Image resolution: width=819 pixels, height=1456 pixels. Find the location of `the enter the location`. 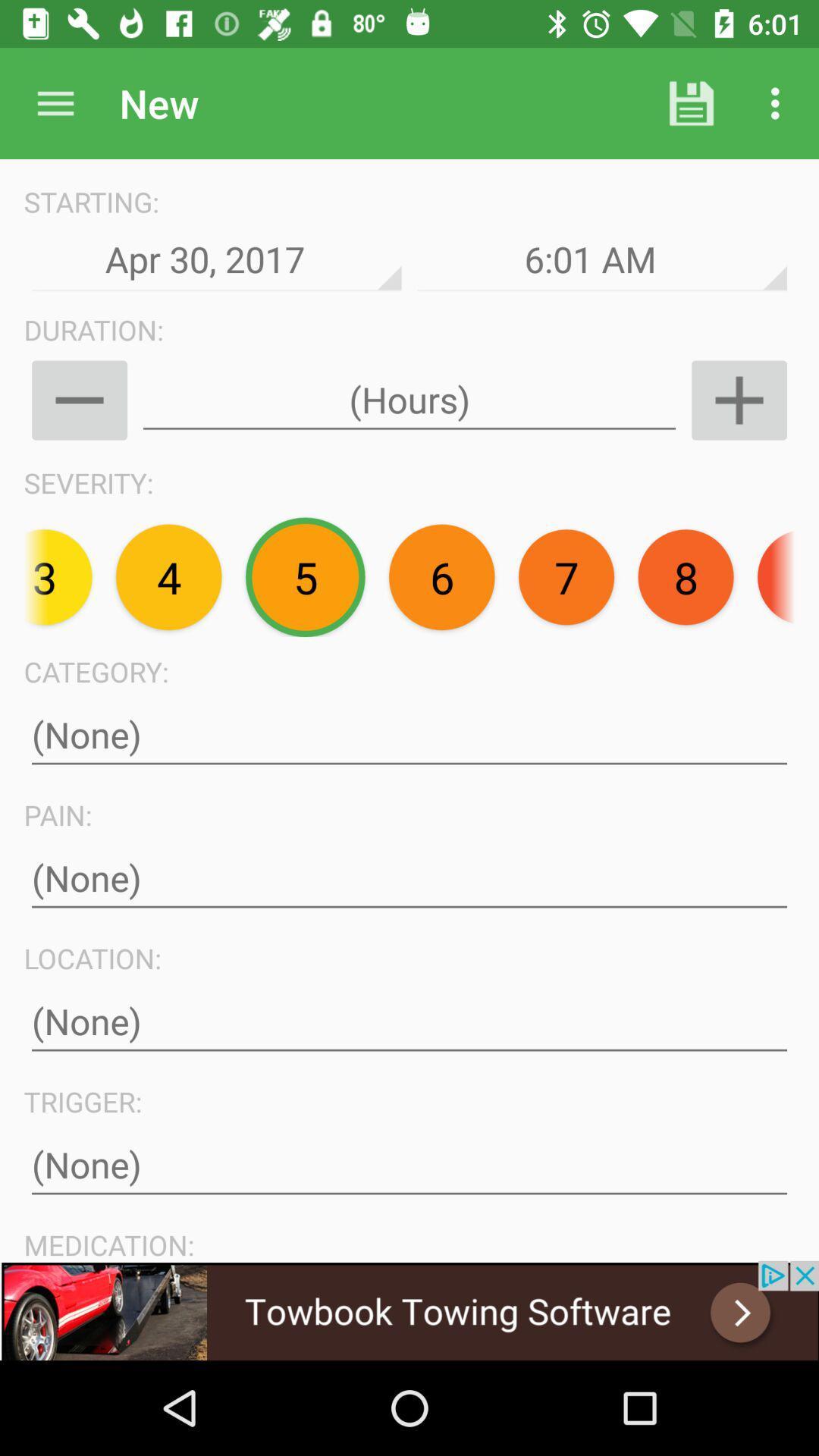

the enter the location is located at coordinates (409, 1021).